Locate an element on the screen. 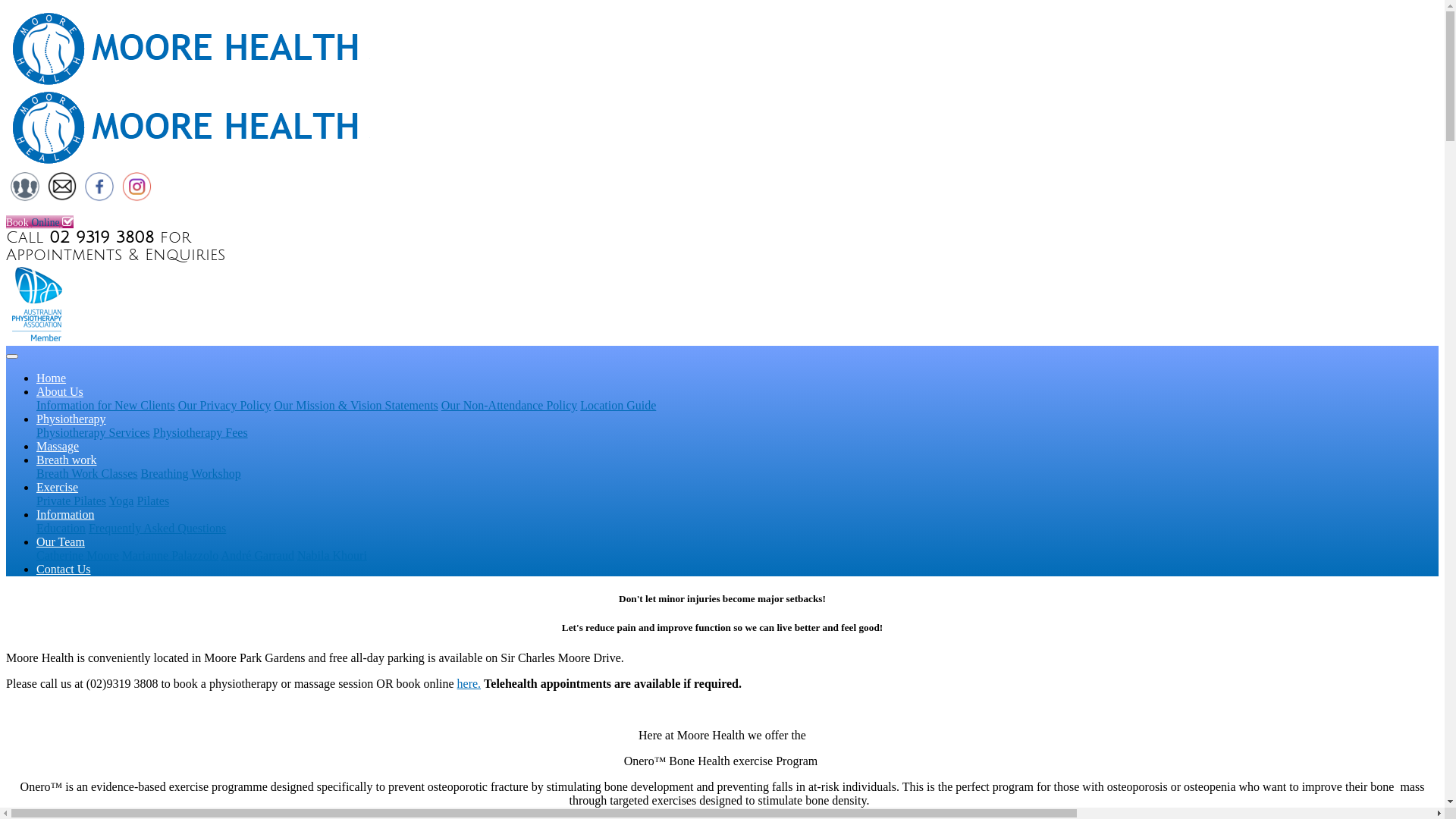 This screenshot has height=819, width=1456. 'Location Guide' is located at coordinates (618, 404).